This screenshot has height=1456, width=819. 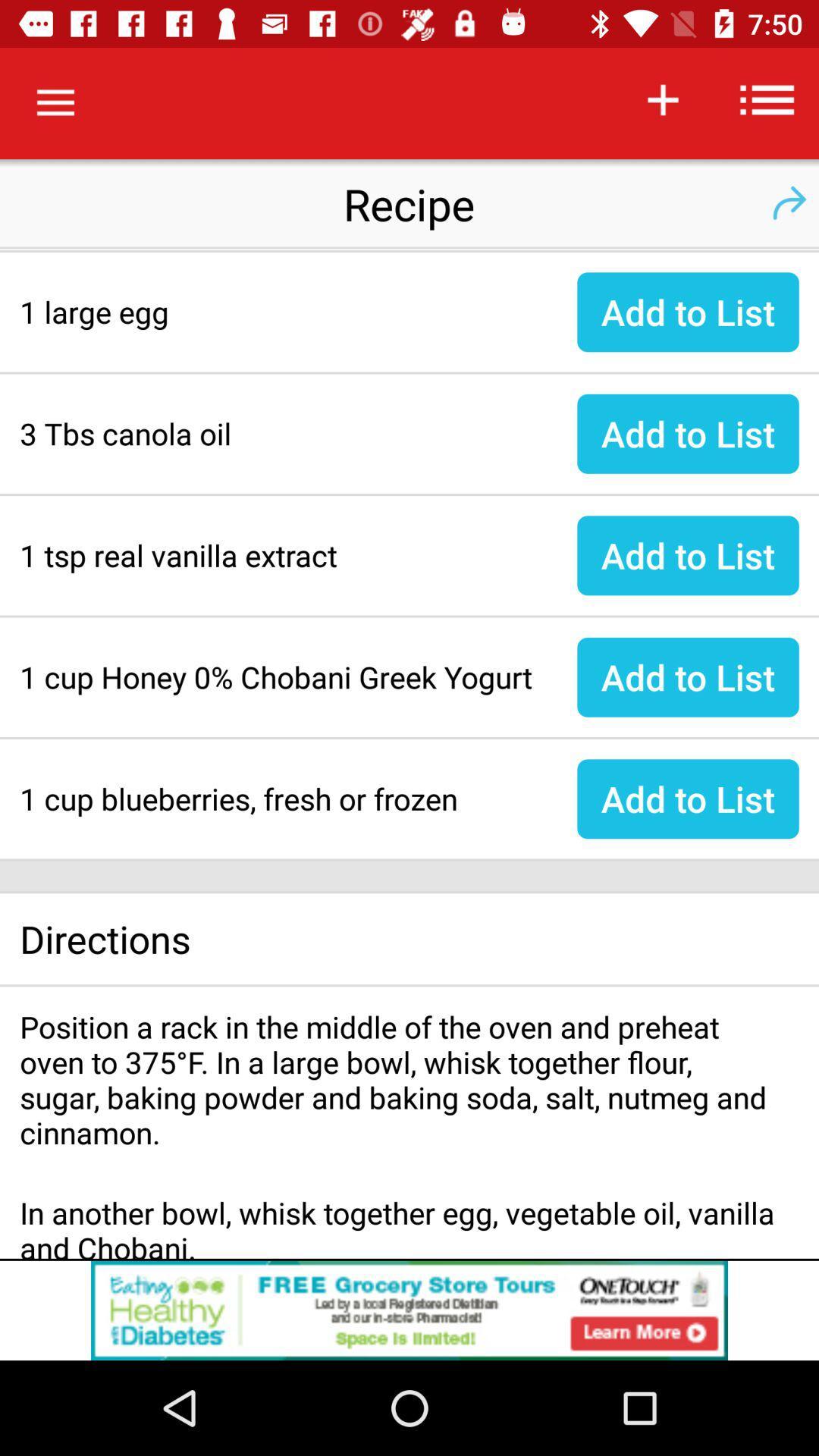 What do you see at coordinates (788, 202) in the screenshot?
I see `arrow icon which is right to text recepie` at bounding box center [788, 202].